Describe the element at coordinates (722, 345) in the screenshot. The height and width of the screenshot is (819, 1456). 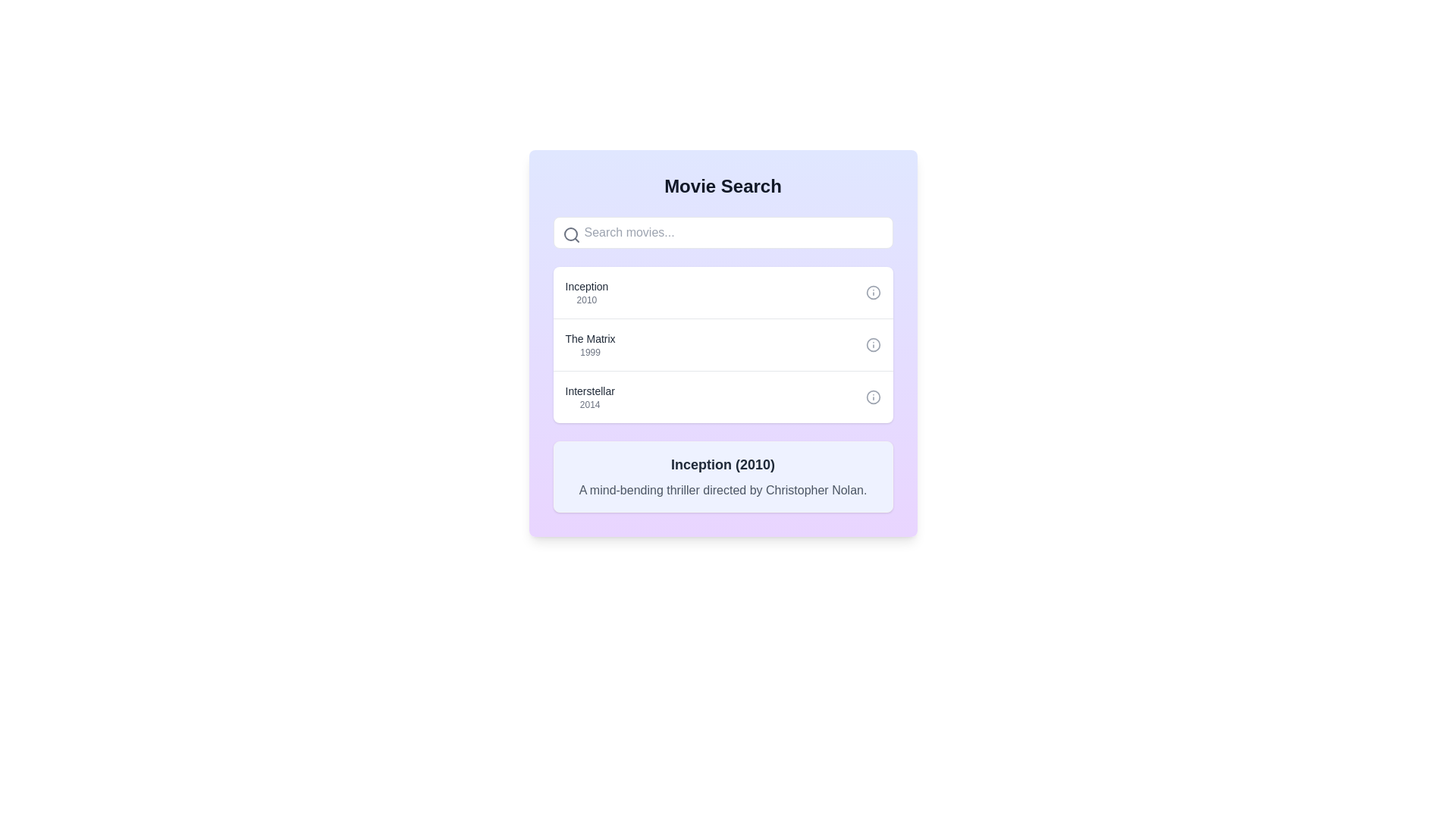
I see `the list item representing the movie 'The Matrix' (1999)` at that location.